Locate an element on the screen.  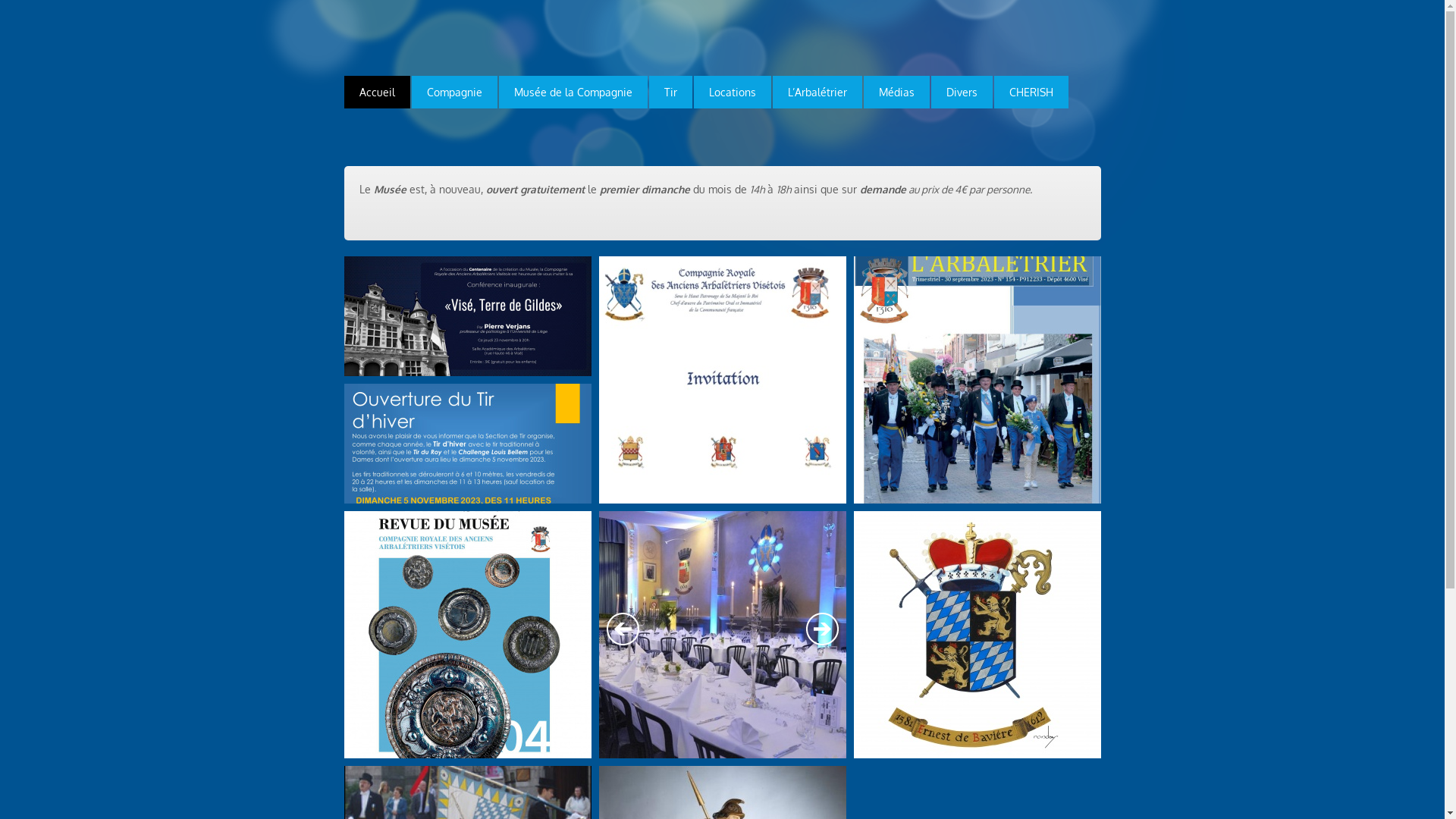
'Tir' is located at coordinates (670, 92).